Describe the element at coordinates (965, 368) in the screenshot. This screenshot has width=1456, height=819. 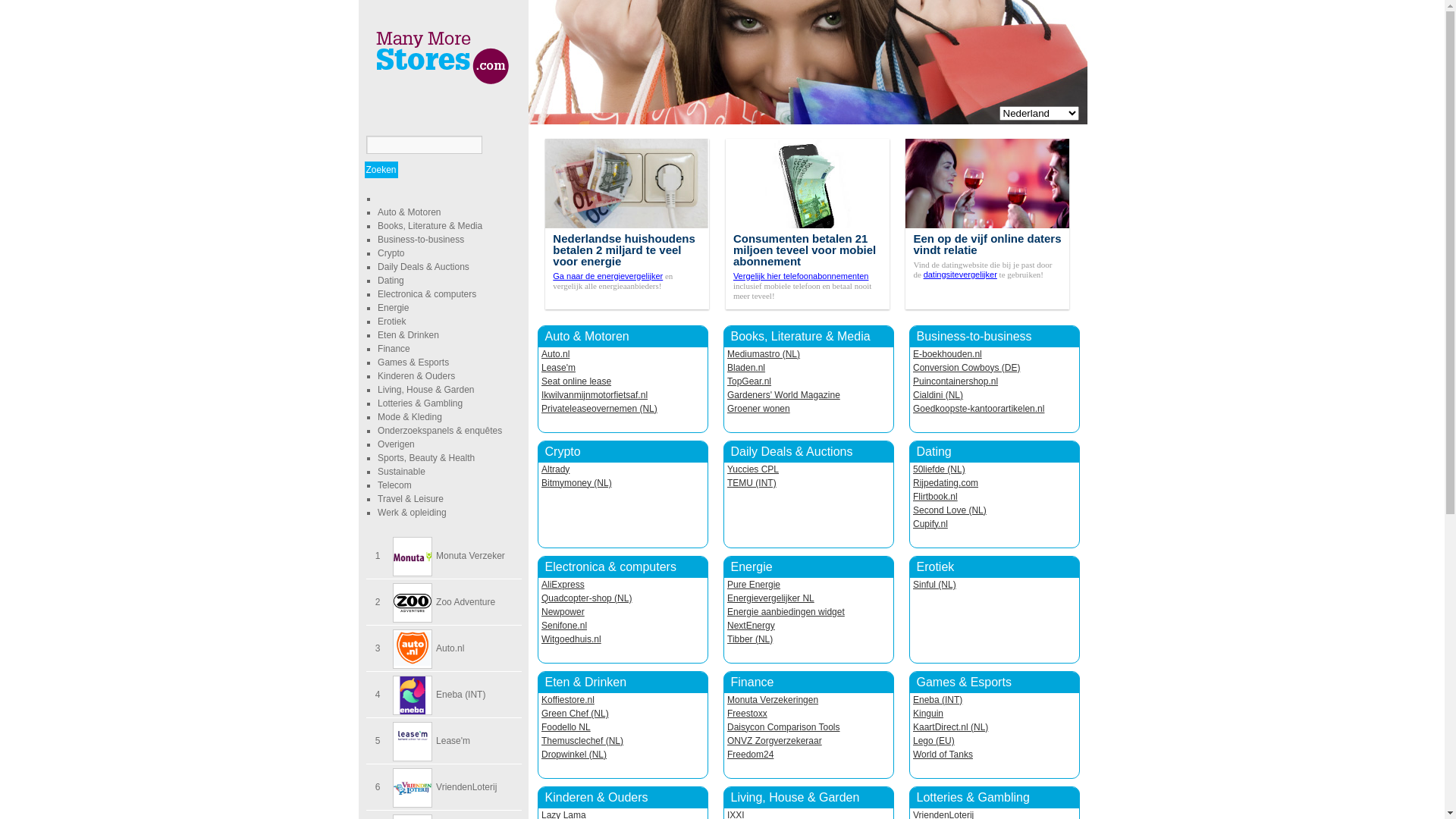
I see `'Conversion Cowboys (DE)'` at that location.